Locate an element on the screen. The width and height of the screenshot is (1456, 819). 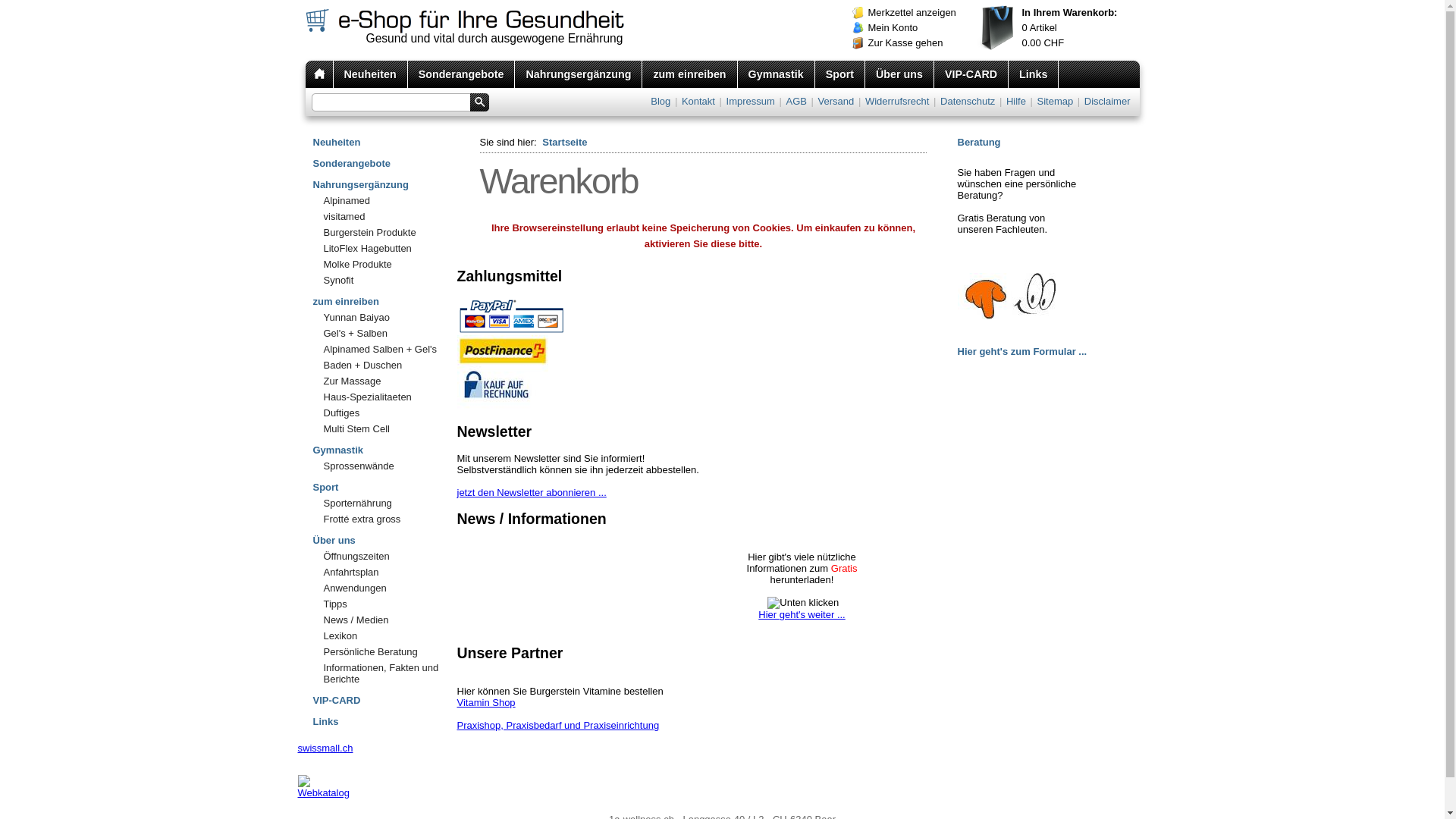
'Versand' is located at coordinates (836, 101).